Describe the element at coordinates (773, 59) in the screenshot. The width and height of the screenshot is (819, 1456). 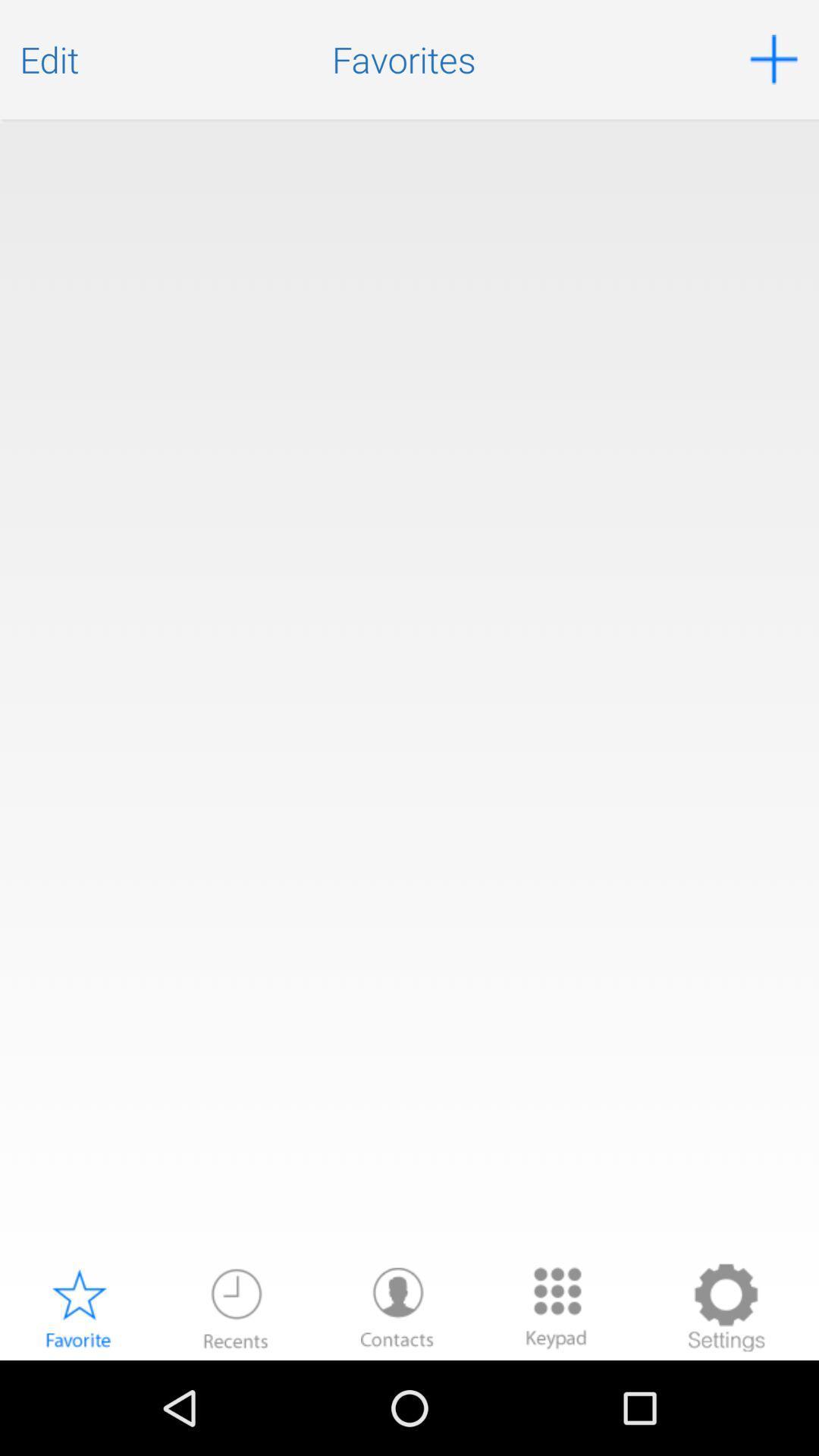
I see `app at the top right corner` at that location.